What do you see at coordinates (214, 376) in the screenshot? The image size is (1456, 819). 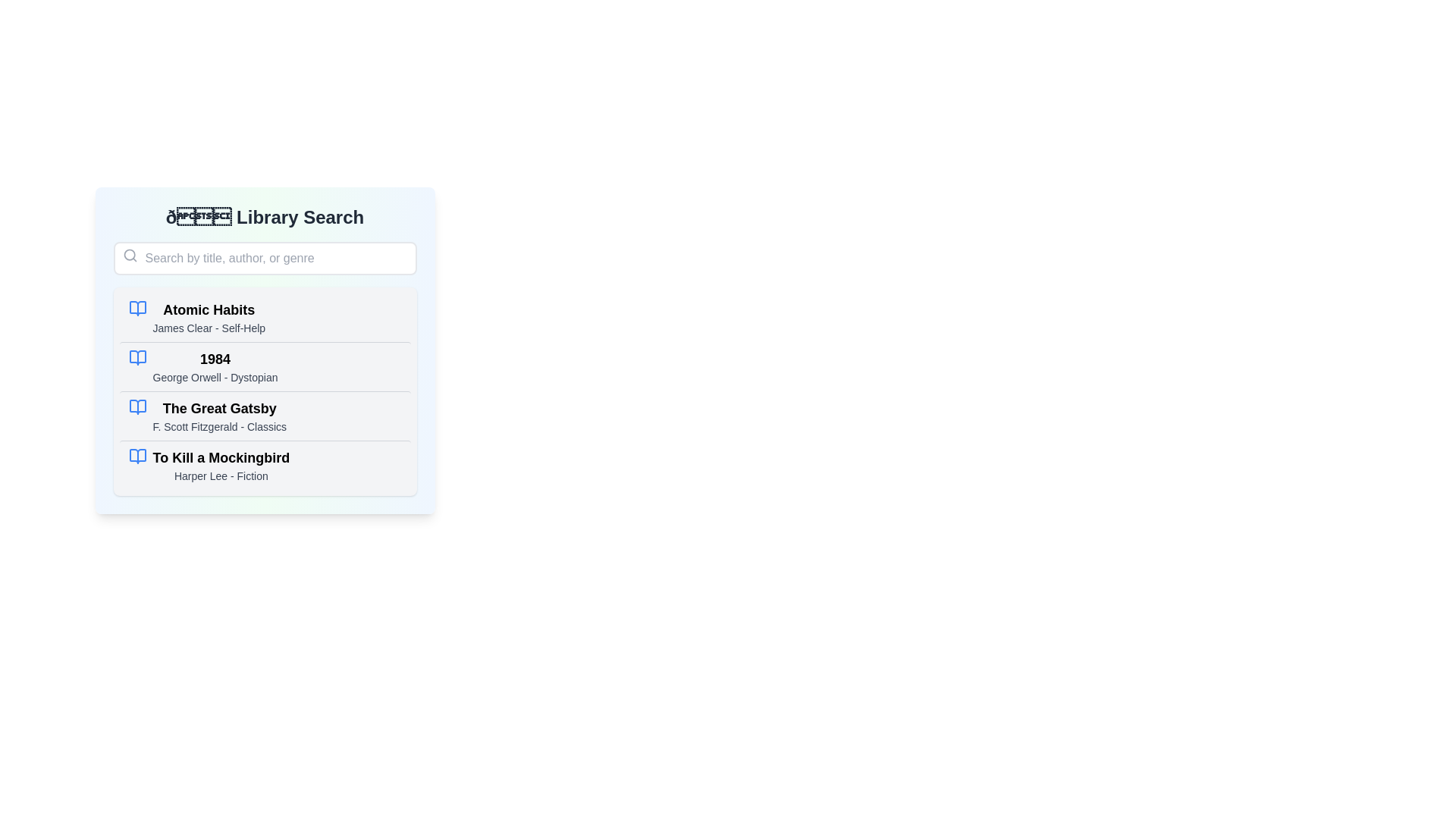 I see `text content of the text display field styled in a smaller font that reads 'George Orwell - Dystopian', located below the title '1984'` at bounding box center [214, 376].